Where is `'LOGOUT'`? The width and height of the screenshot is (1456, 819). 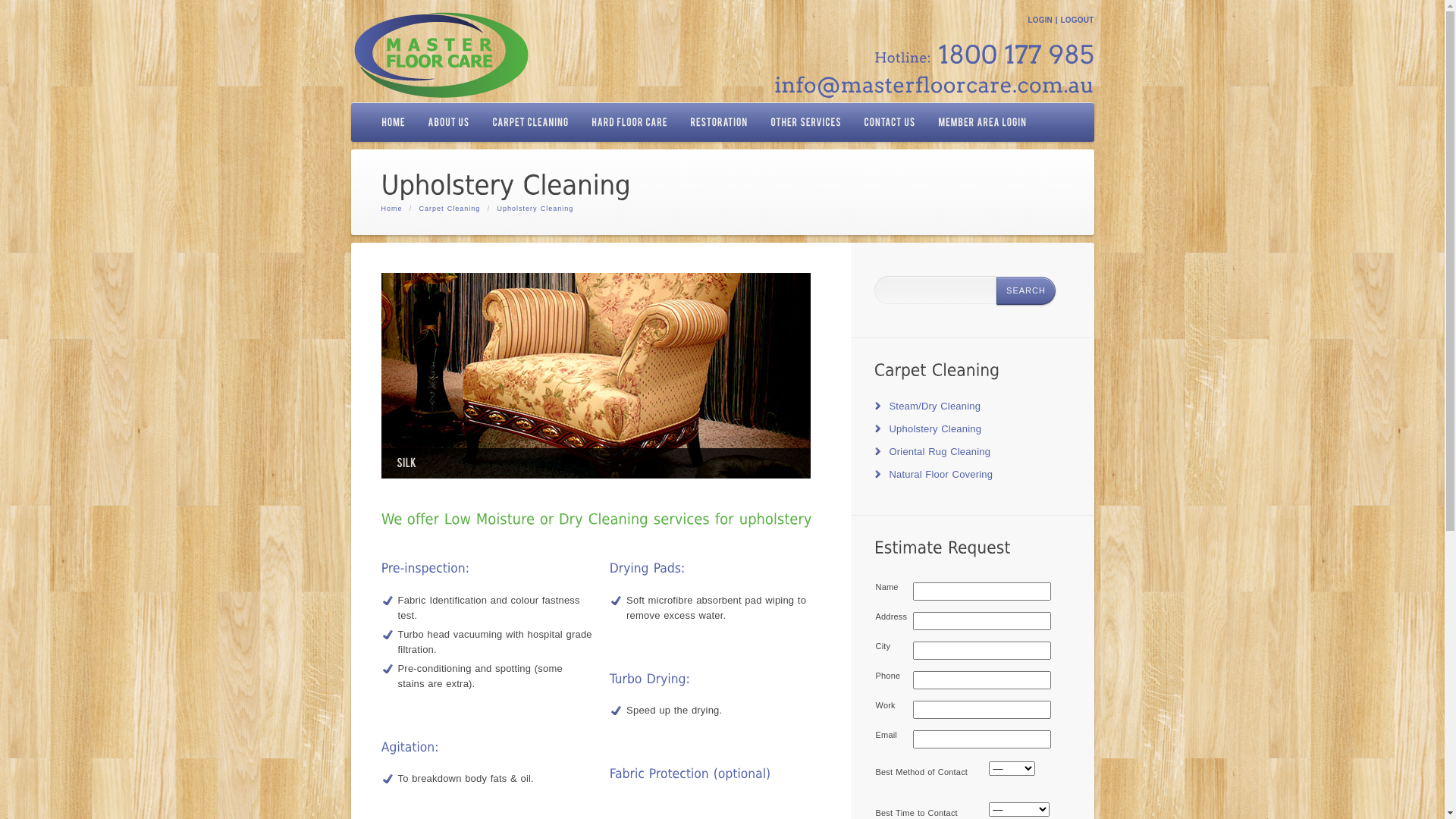 'LOGOUT' is located at coordinates (1076, 20).